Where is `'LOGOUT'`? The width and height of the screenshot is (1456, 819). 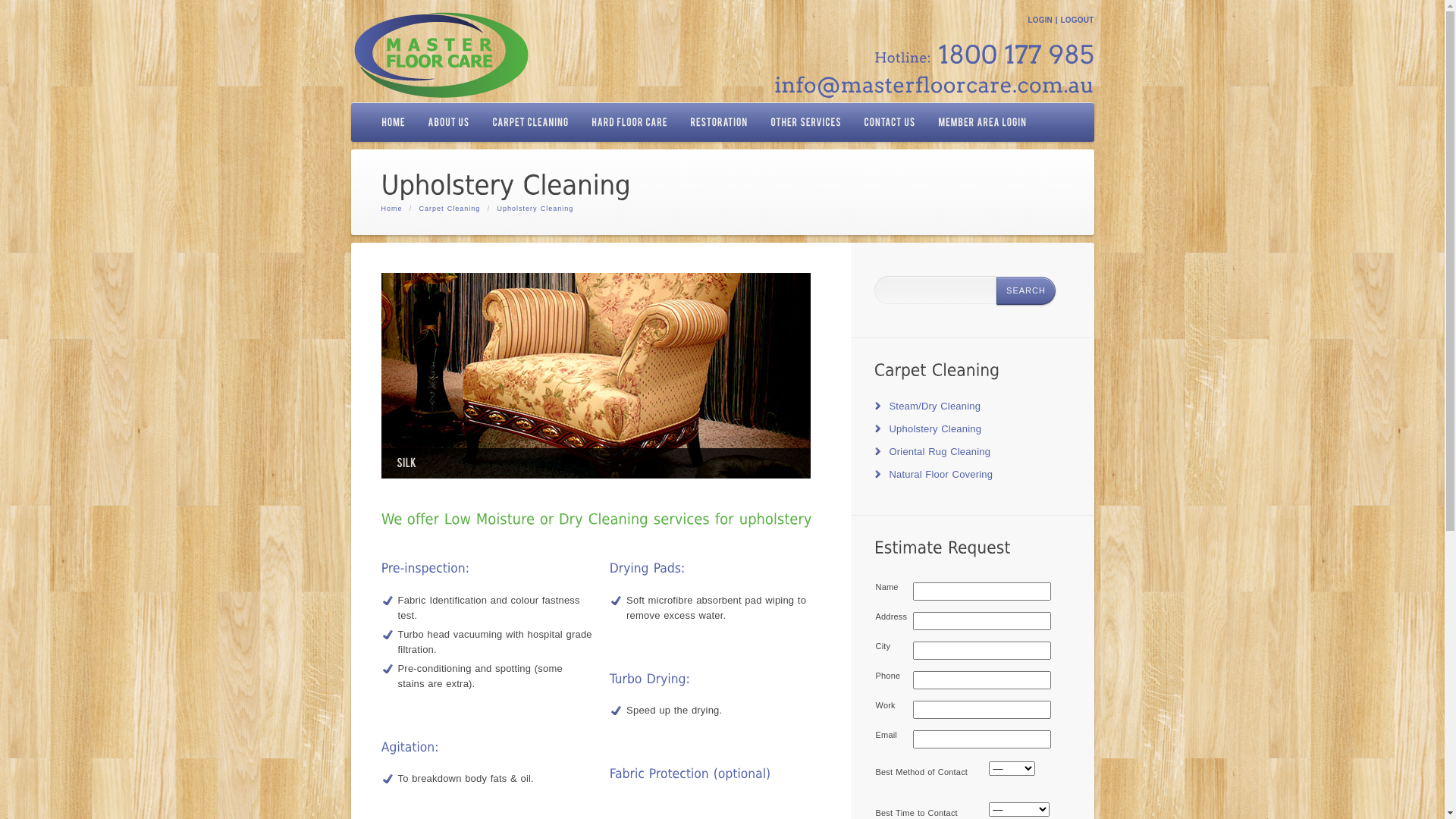 'LOGOUT' is located at coordinates (1076, 20).